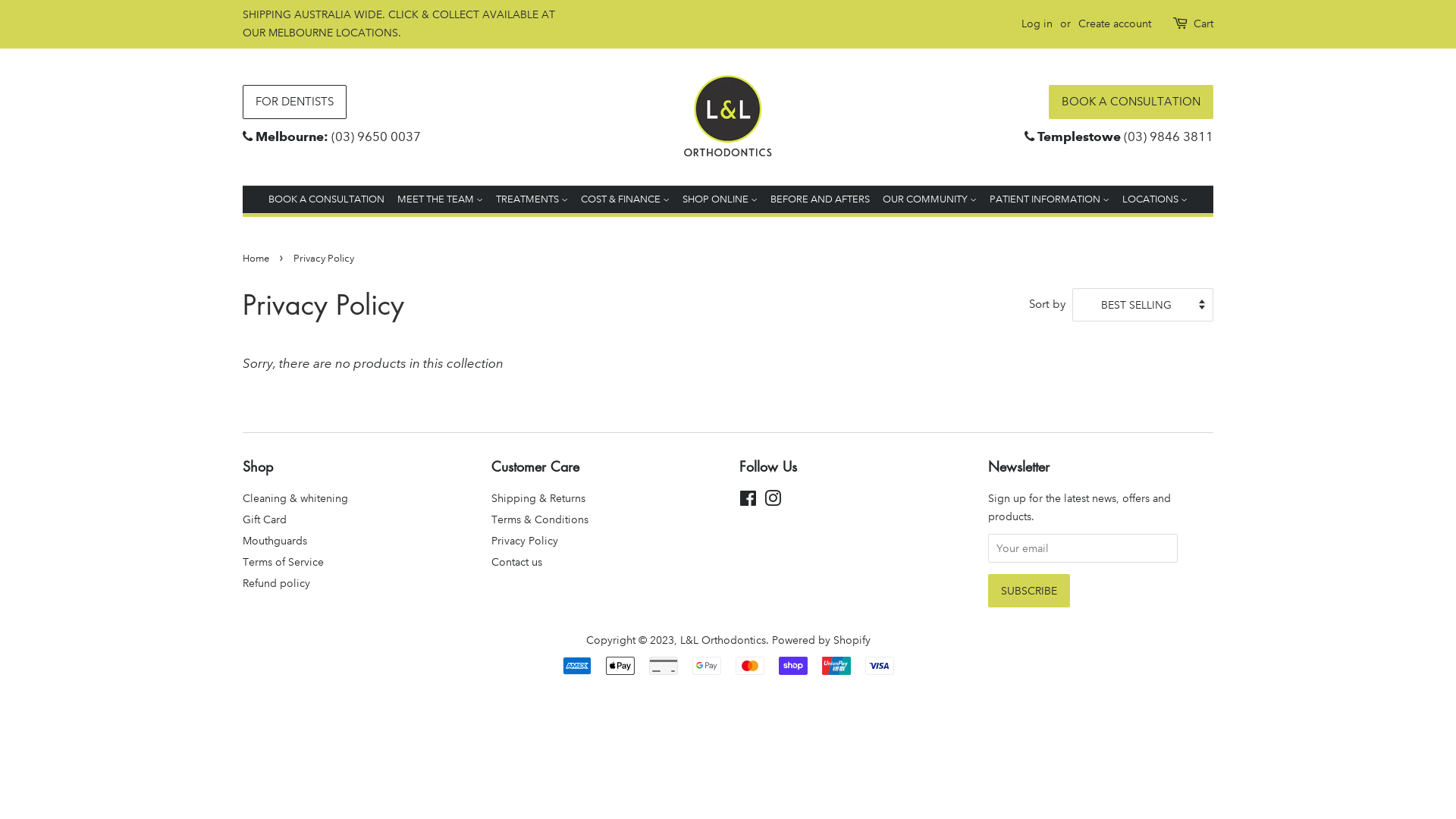 The width and height of the screenshot is (1456, 819). Describe the element at coordinates (1048, 199) in the screenshot. I see `'PATIENT INFORMATION'` at that location.